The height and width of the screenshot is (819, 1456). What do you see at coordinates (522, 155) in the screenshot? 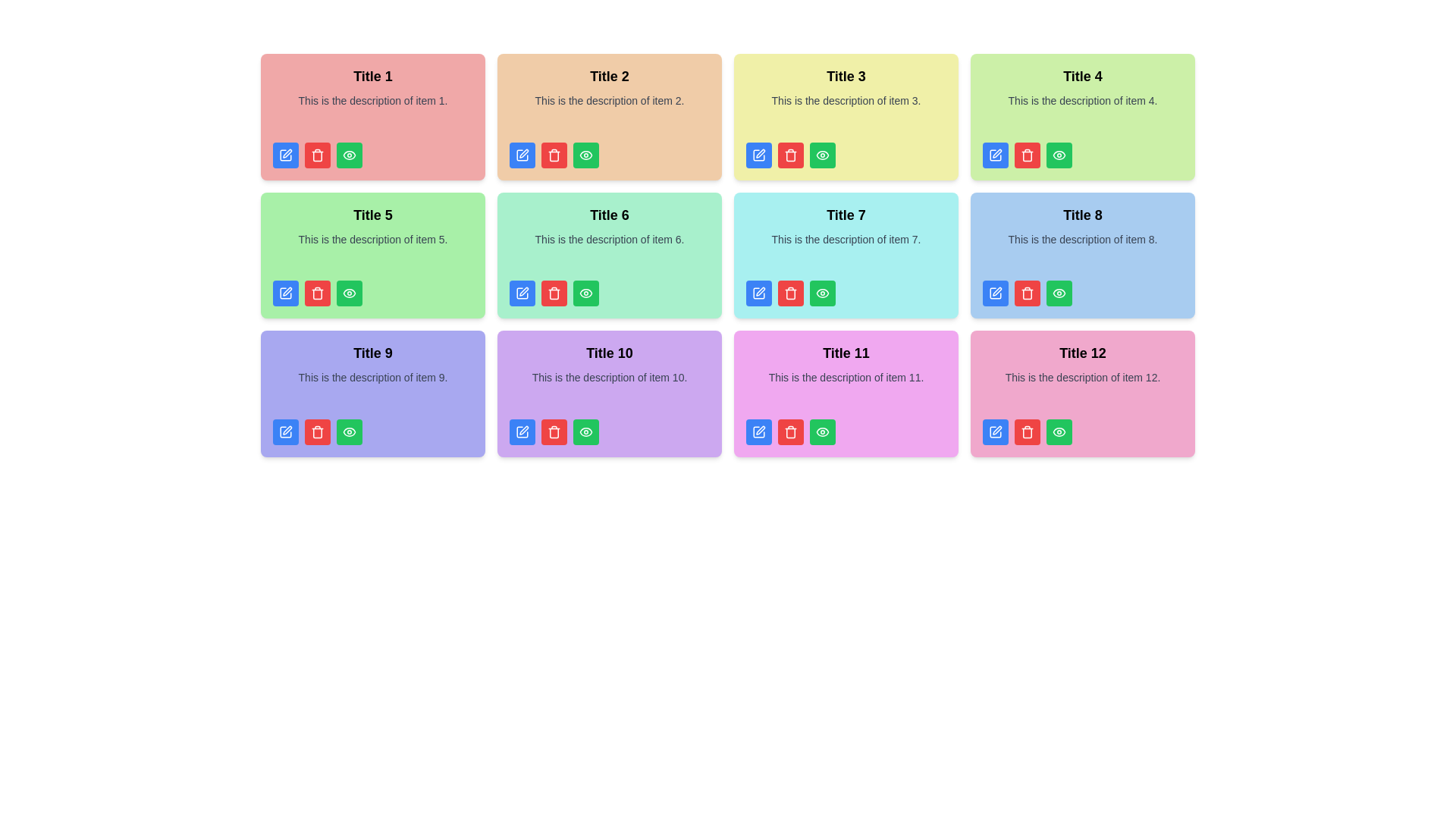
I see `the edit icon button located in the leftmost position of the action button row under 'Title 2'` at bounding box center [522, 155].